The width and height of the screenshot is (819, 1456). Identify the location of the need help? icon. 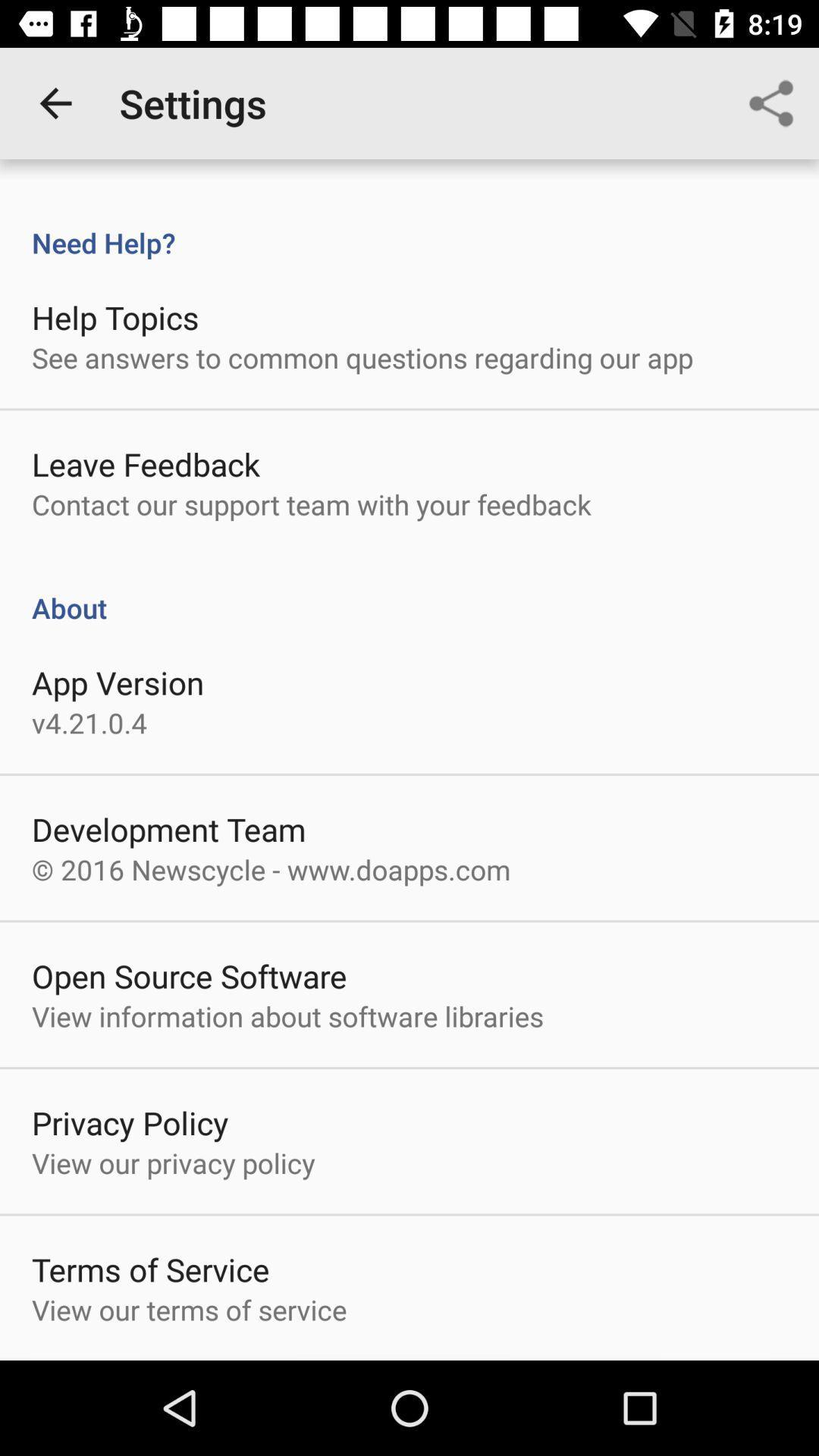
(409, 226).